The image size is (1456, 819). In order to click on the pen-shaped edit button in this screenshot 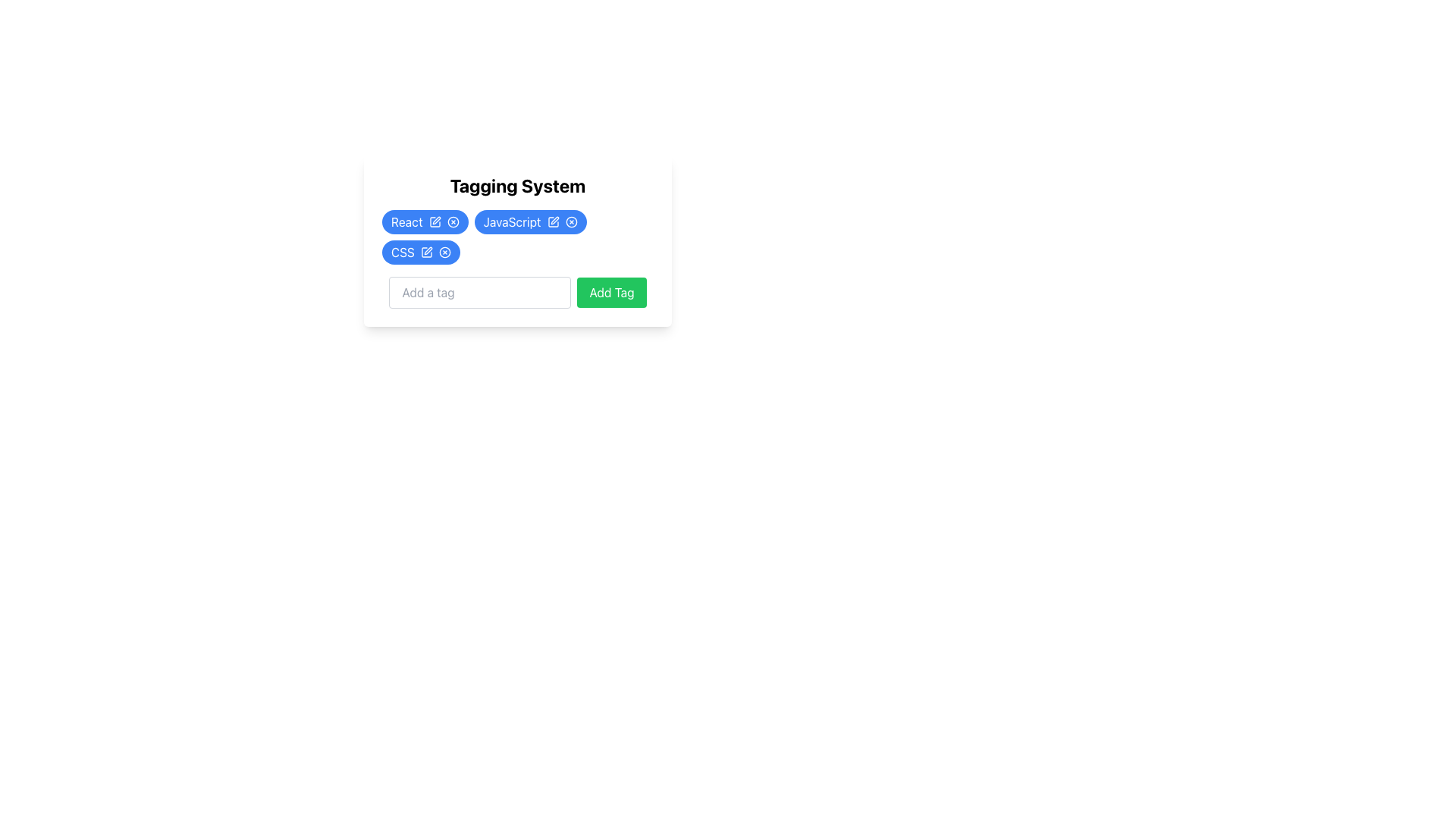, I will do `click(425, 251)`.